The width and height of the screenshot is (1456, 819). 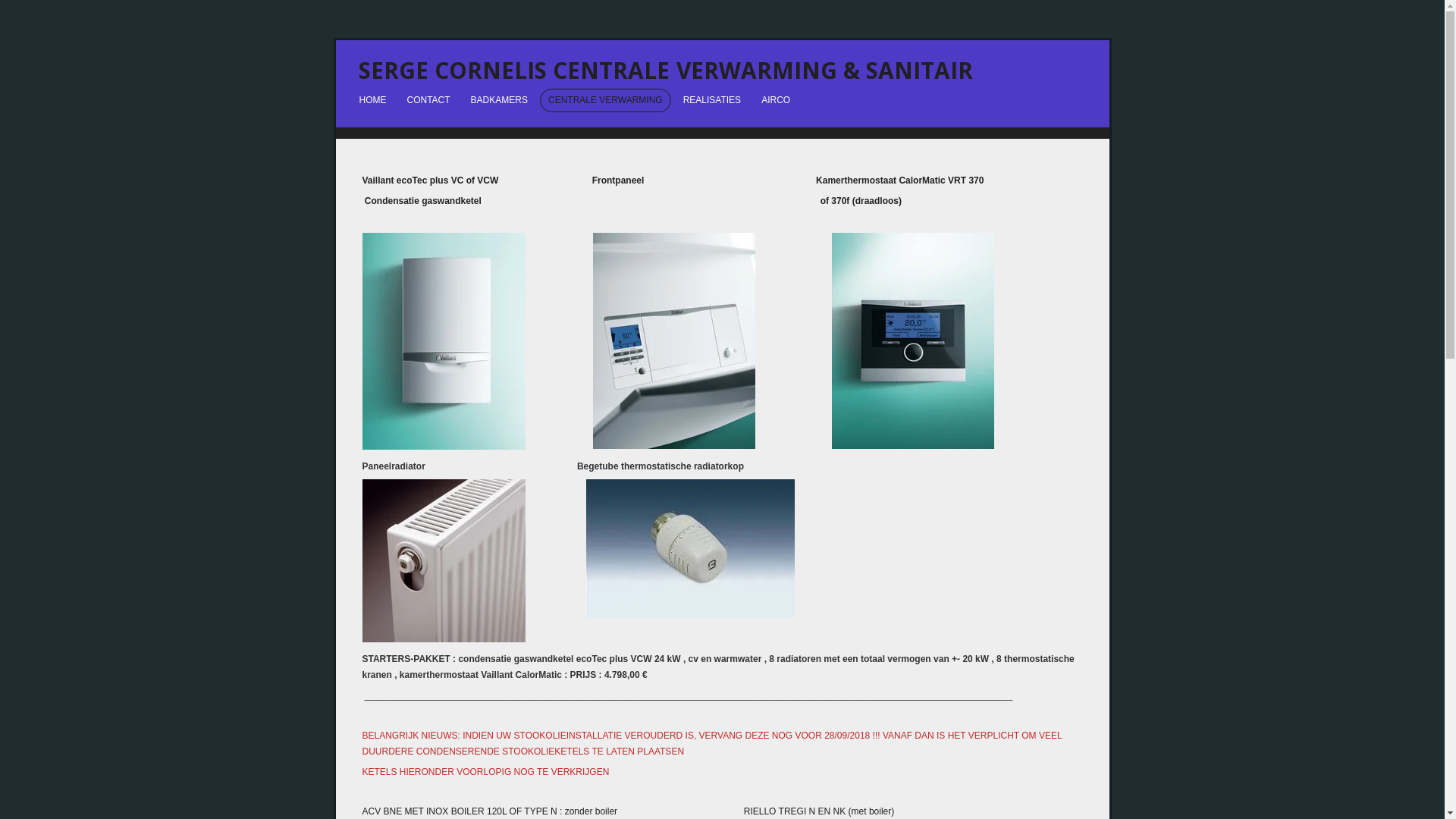 What do you see at coordinates (372, 100) in the screenshot?
I see `'HOME'` at bounding box center [372, 100].